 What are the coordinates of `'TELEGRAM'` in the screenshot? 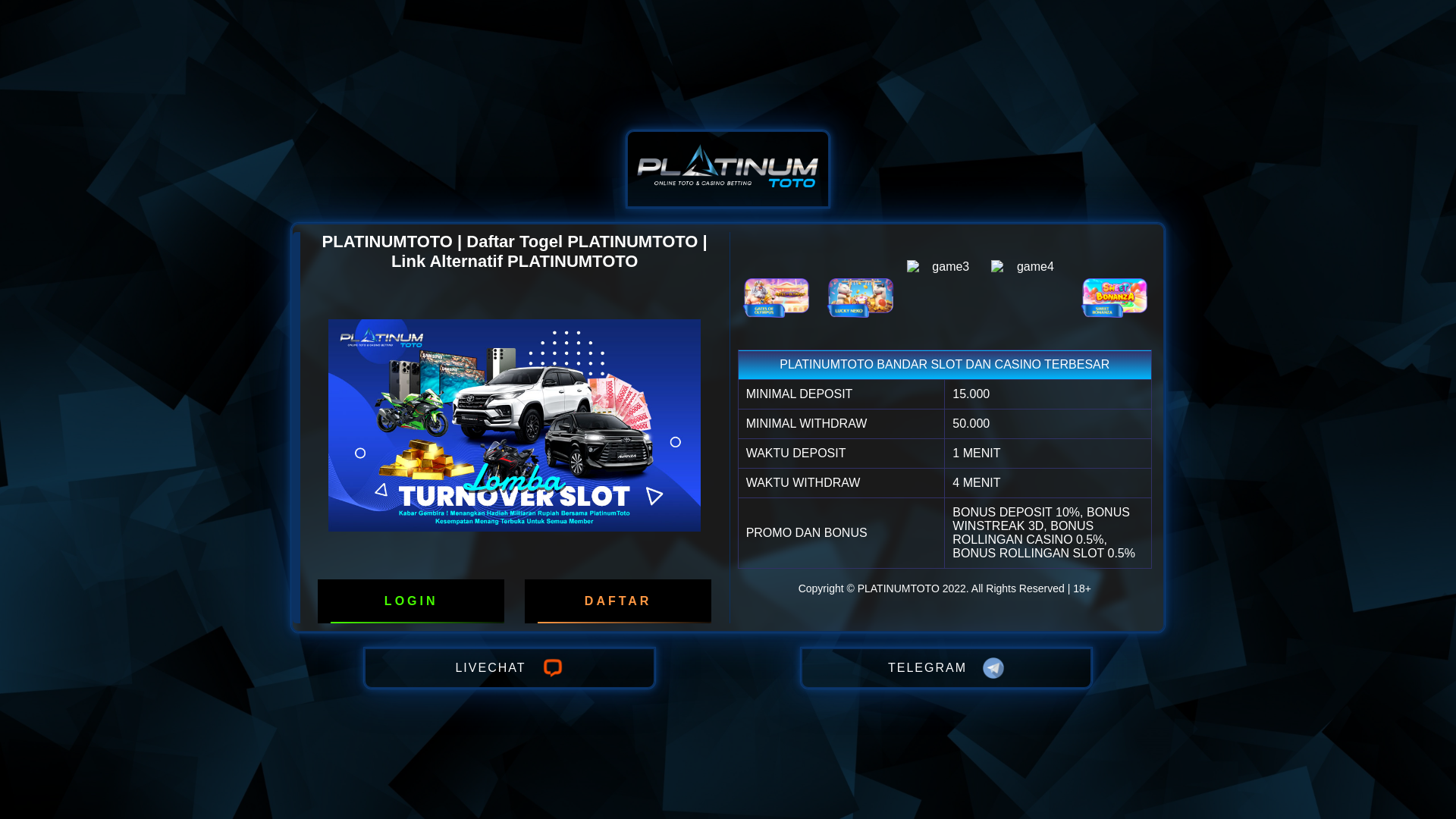 It's located at (946, 667).